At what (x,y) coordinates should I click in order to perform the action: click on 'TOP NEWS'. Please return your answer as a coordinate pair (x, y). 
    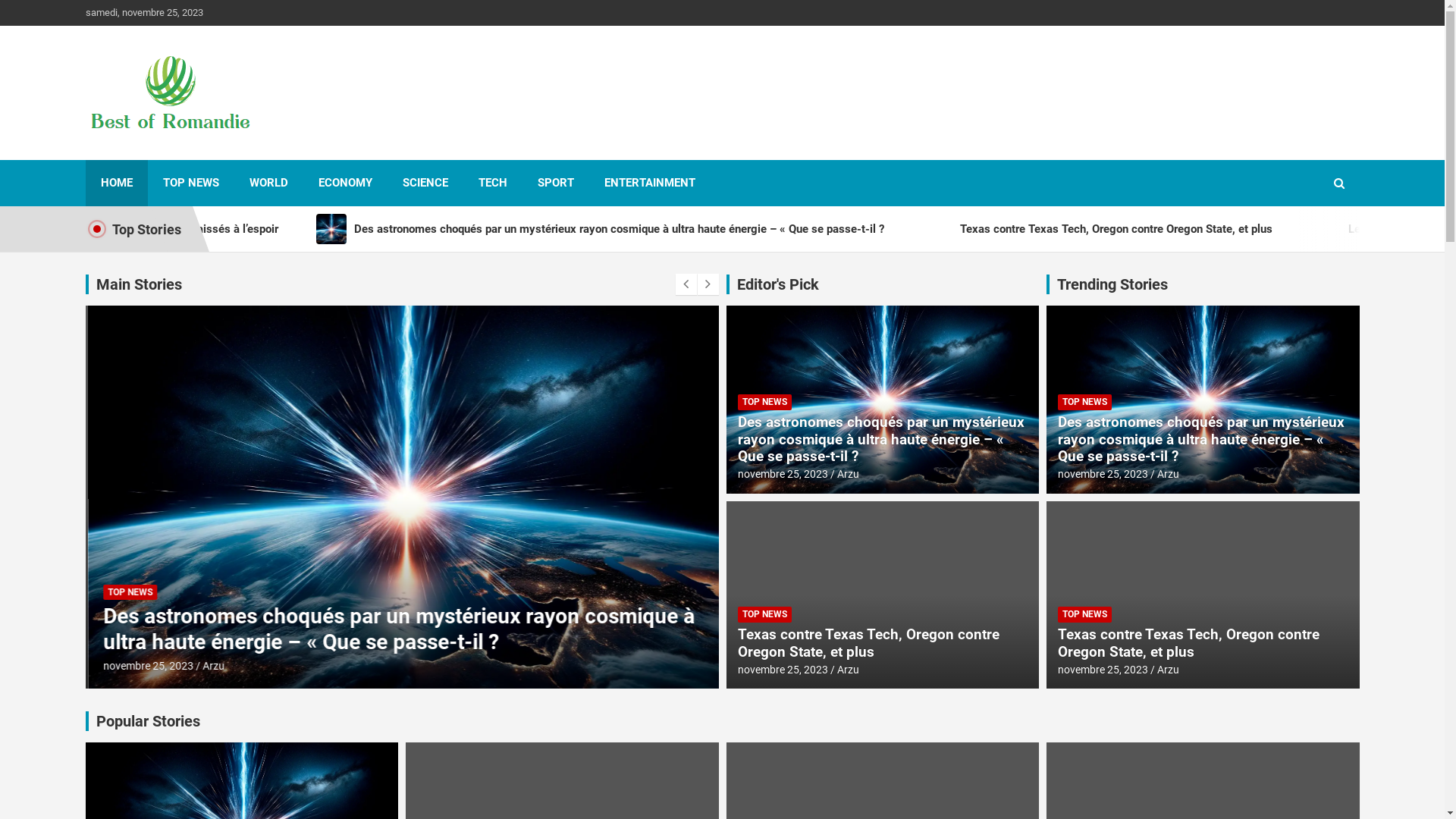
    Looking at the image, I should click on (764, 614).